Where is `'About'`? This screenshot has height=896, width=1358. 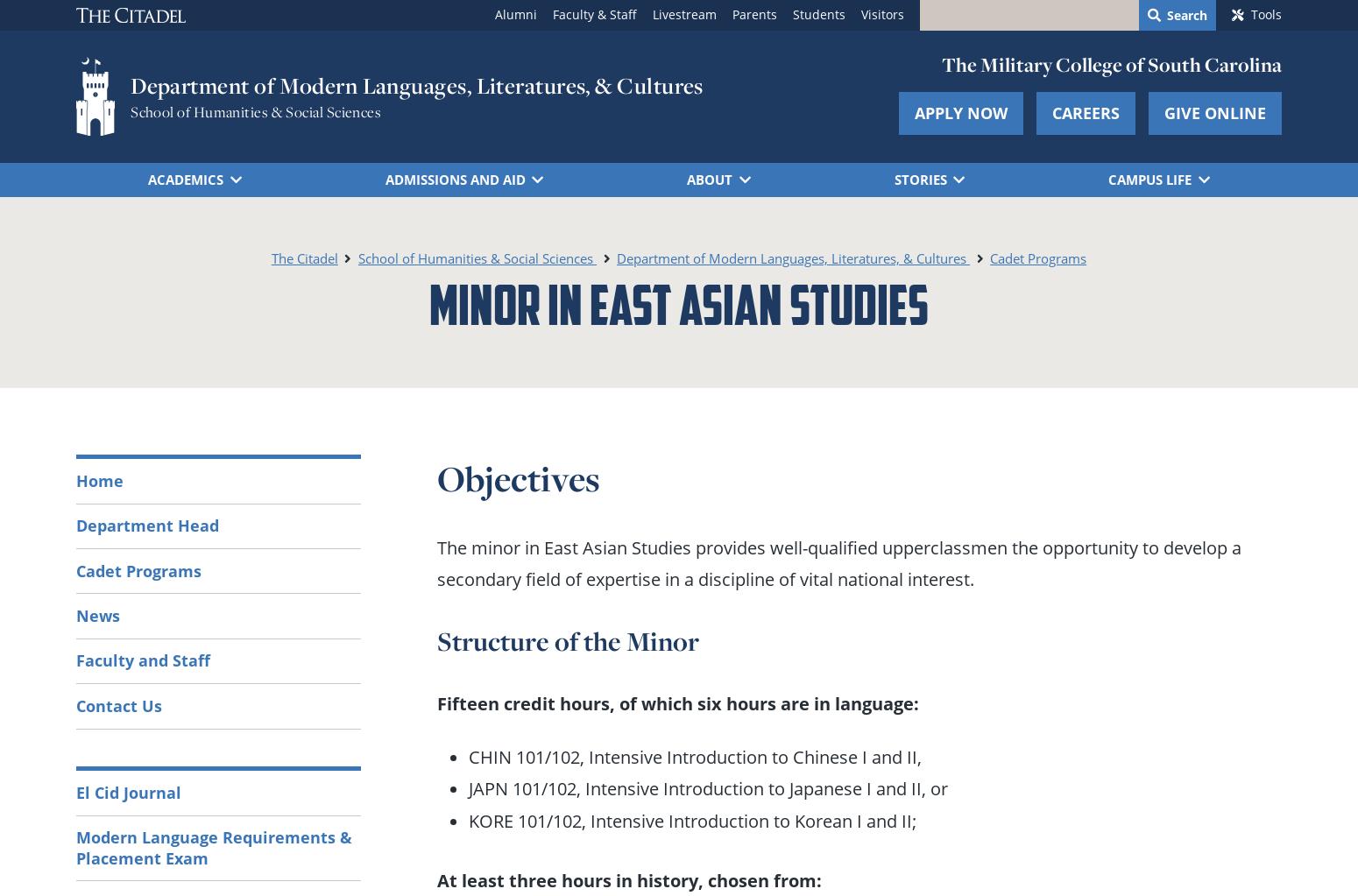 'About' is located at coordinates (709, 177).